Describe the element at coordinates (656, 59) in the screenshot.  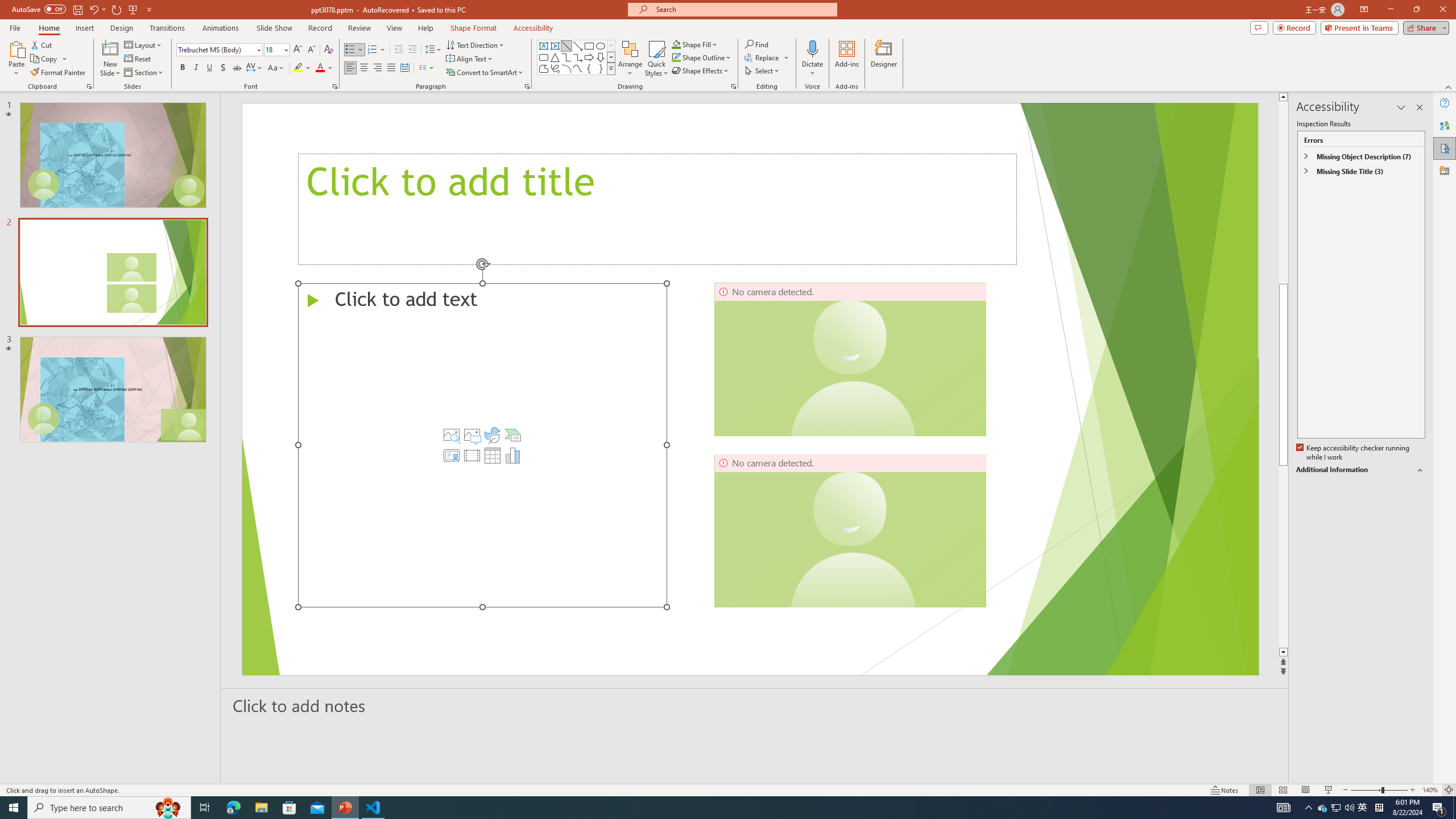
I see `'Quick Styles'` at that location.